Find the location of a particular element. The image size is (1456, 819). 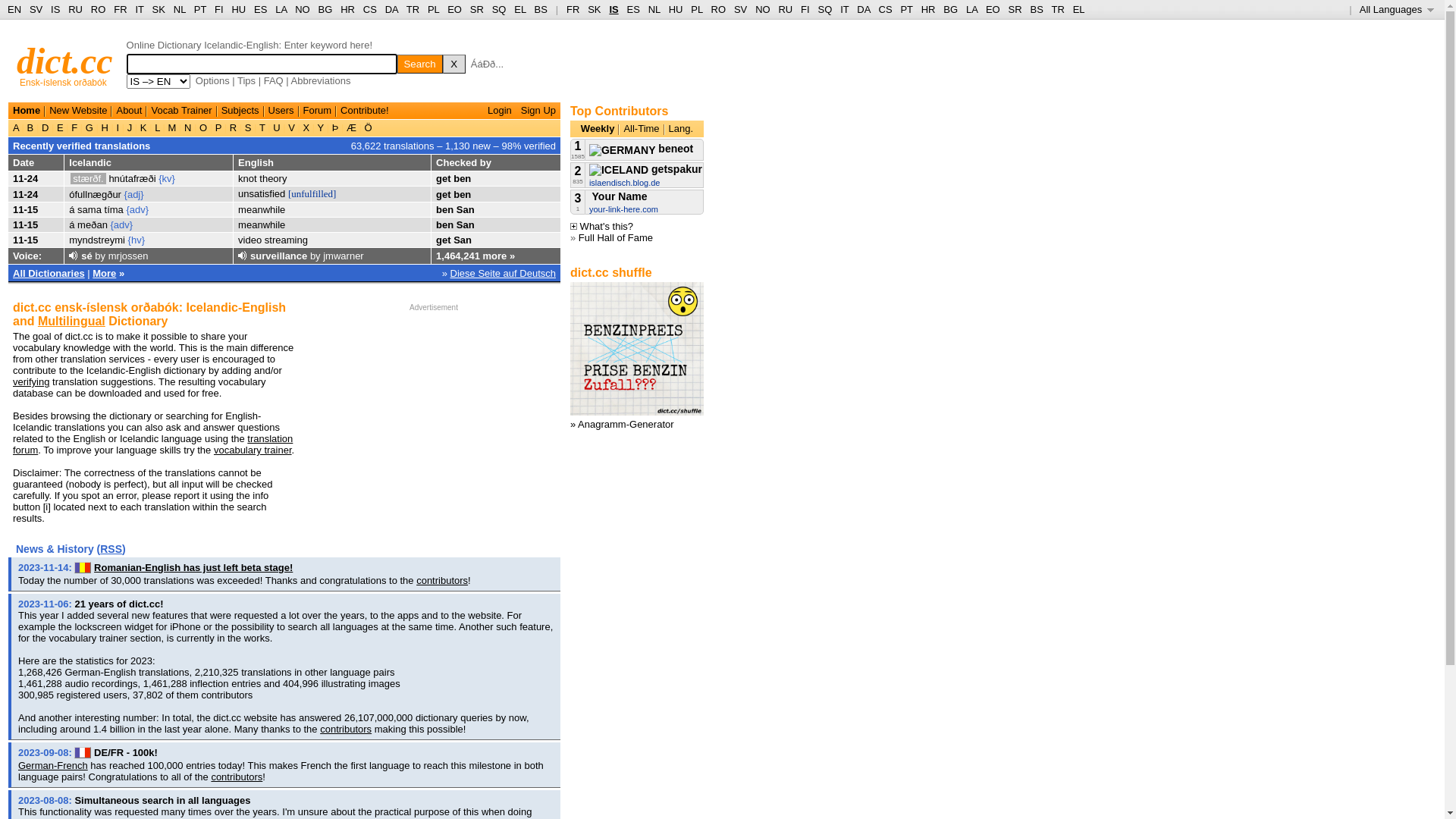

'FI' is located at coordinates (800, 9).